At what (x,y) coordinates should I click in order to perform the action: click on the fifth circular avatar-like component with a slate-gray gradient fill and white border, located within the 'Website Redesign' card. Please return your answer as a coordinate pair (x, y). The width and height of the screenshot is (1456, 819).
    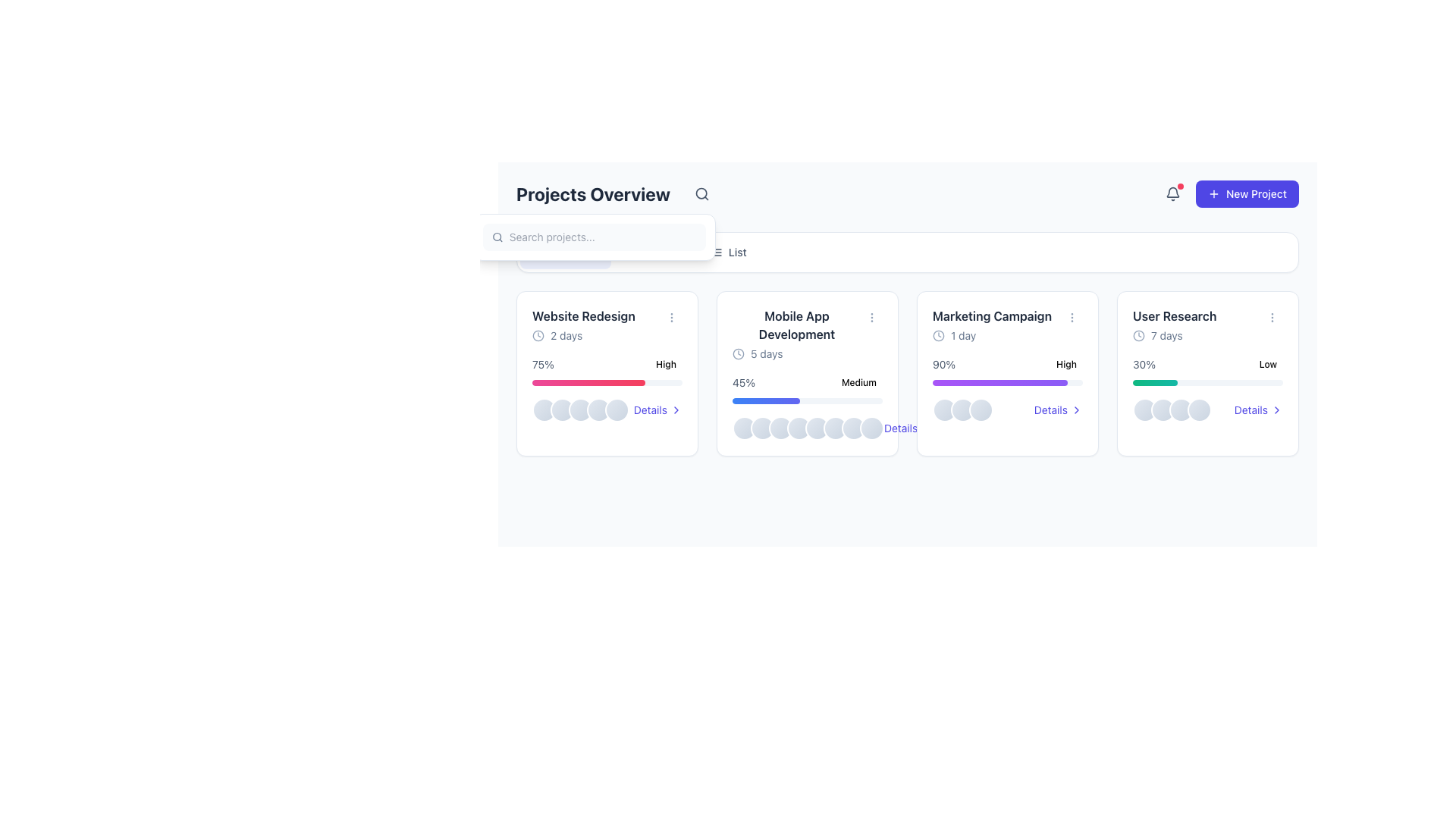
    Looking at the image, I should click on (617, 409).